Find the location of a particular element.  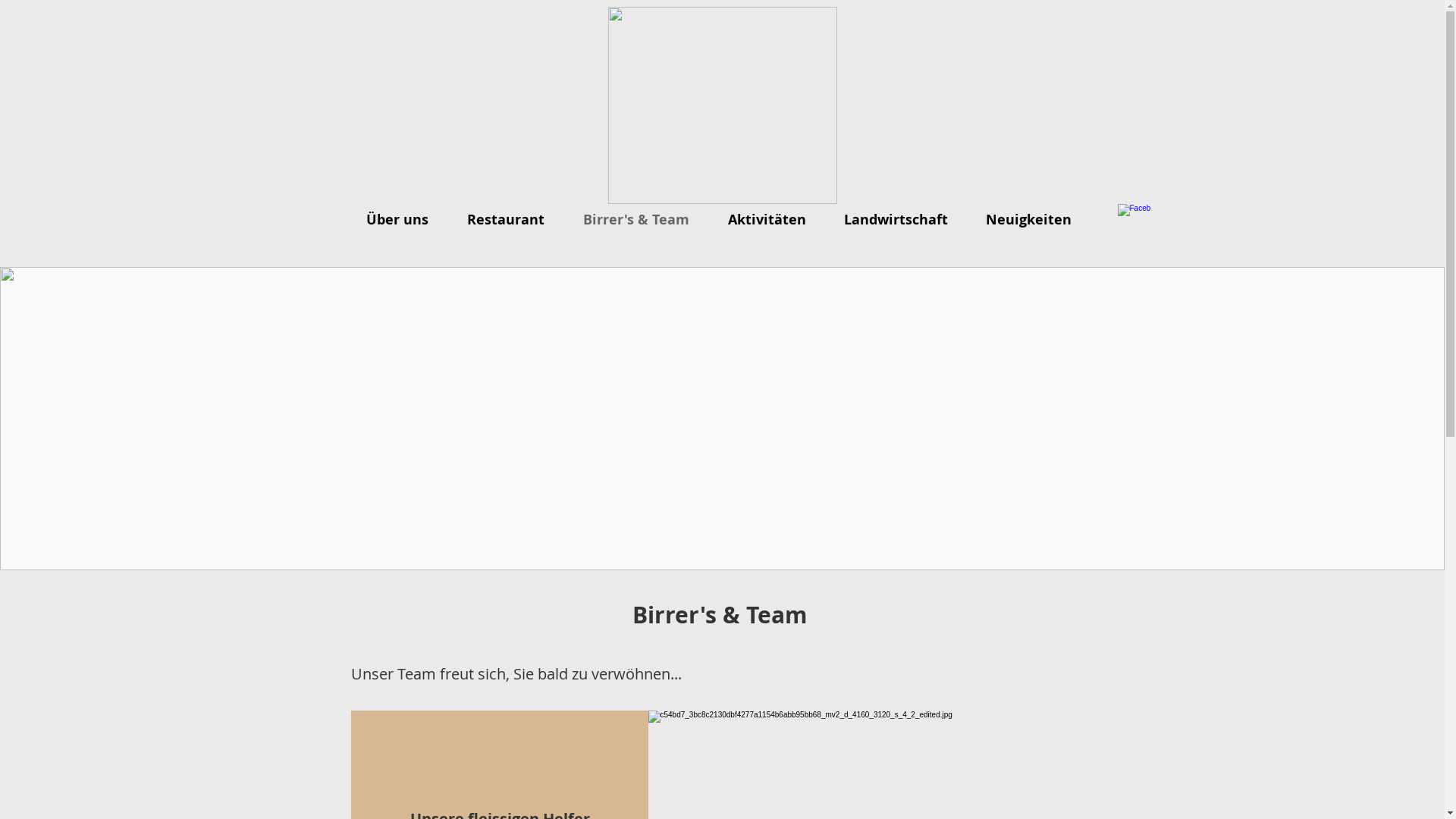

'Restaurant' is located at coordinates (510, 219).